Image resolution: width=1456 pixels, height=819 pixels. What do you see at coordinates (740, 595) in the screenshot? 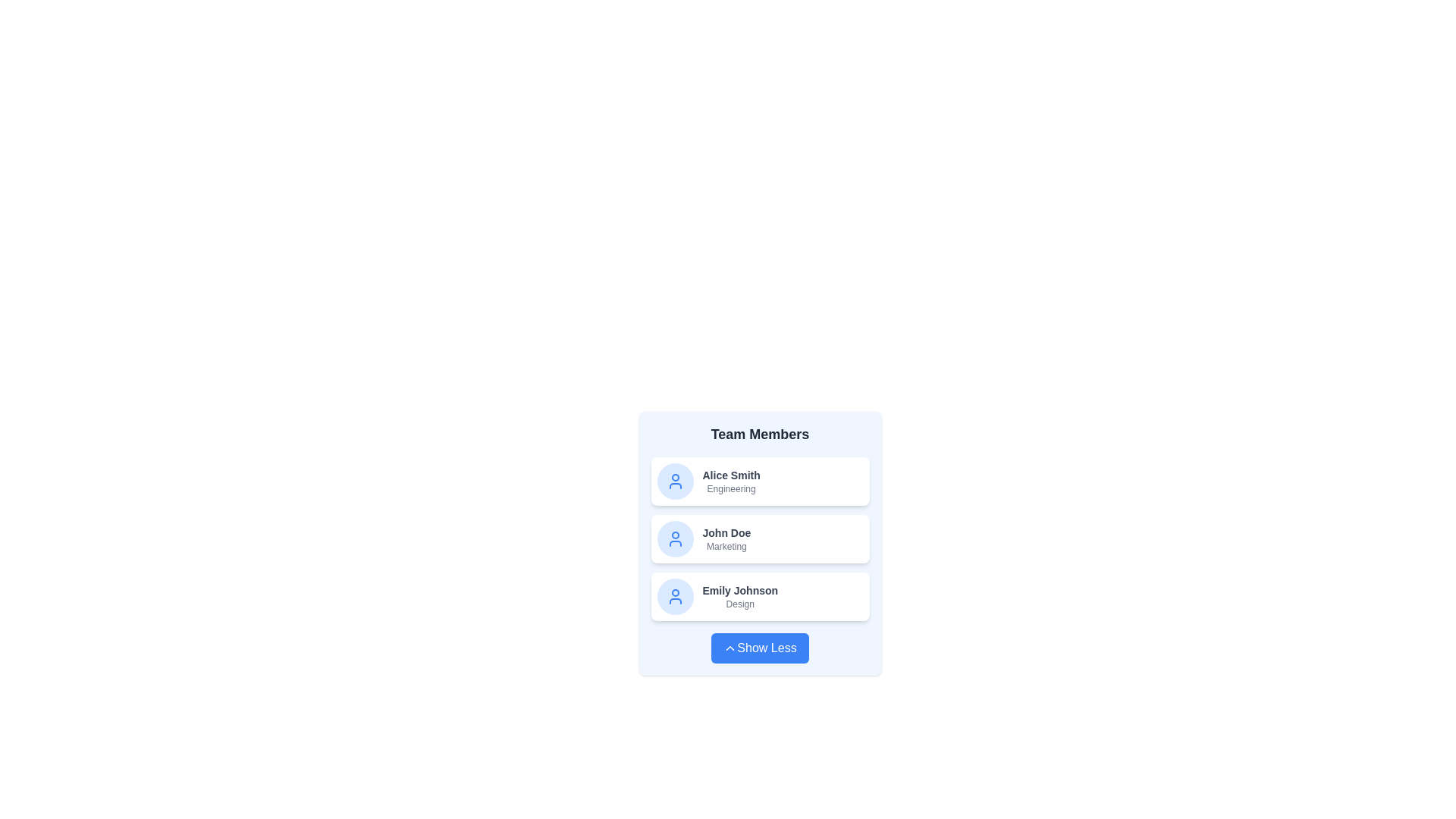
I see `text information displayed for the third team member in the list, which is positioned below 'John Doe \n Marketing' and above the 'Show Less' button` at bounding box center [740, 595].